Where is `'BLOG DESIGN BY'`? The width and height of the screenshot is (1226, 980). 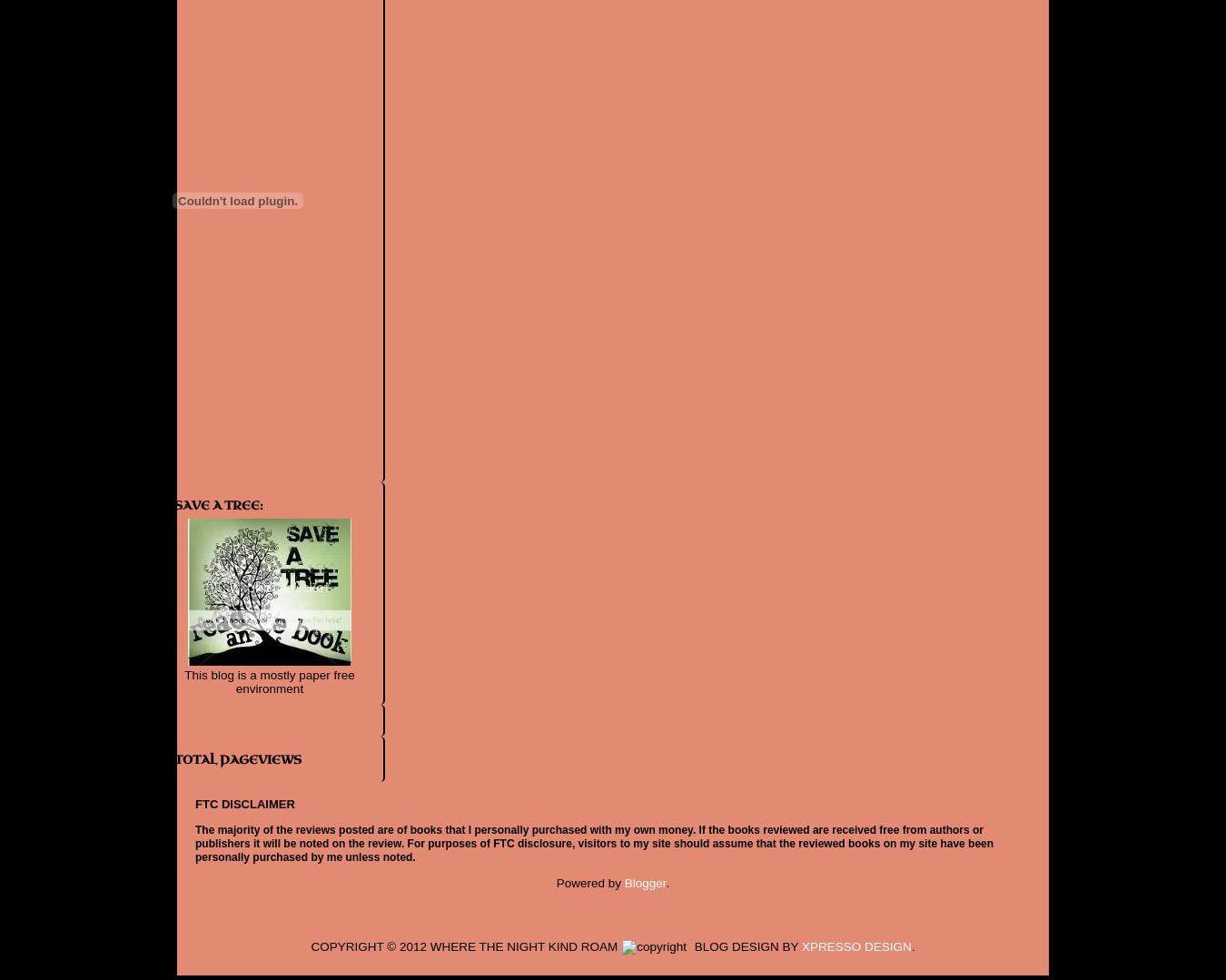 'BLOG DESIGN BY' is located at coordinates (746, 945).